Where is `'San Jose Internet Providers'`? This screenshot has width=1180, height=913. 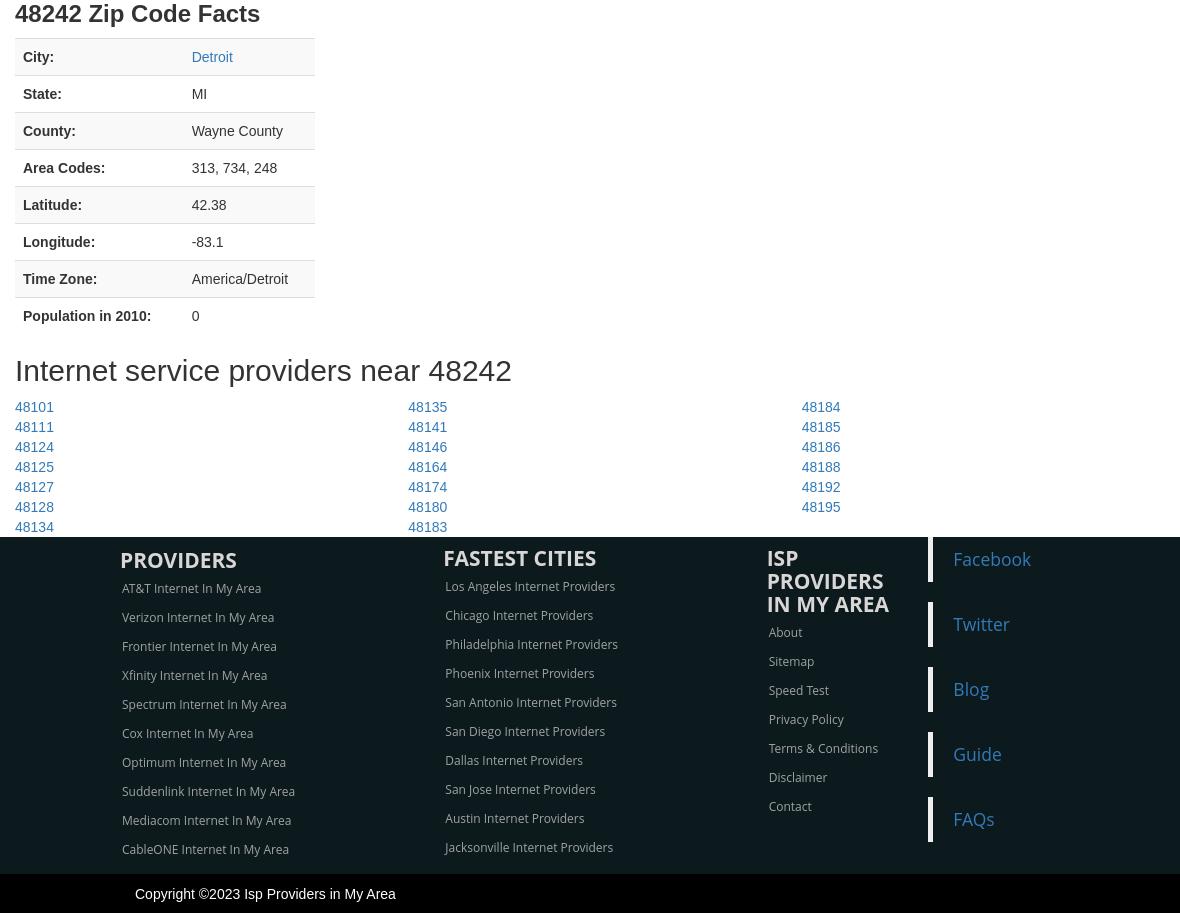 'San Jose Internet Providers' is located at coordinates (520, 788).